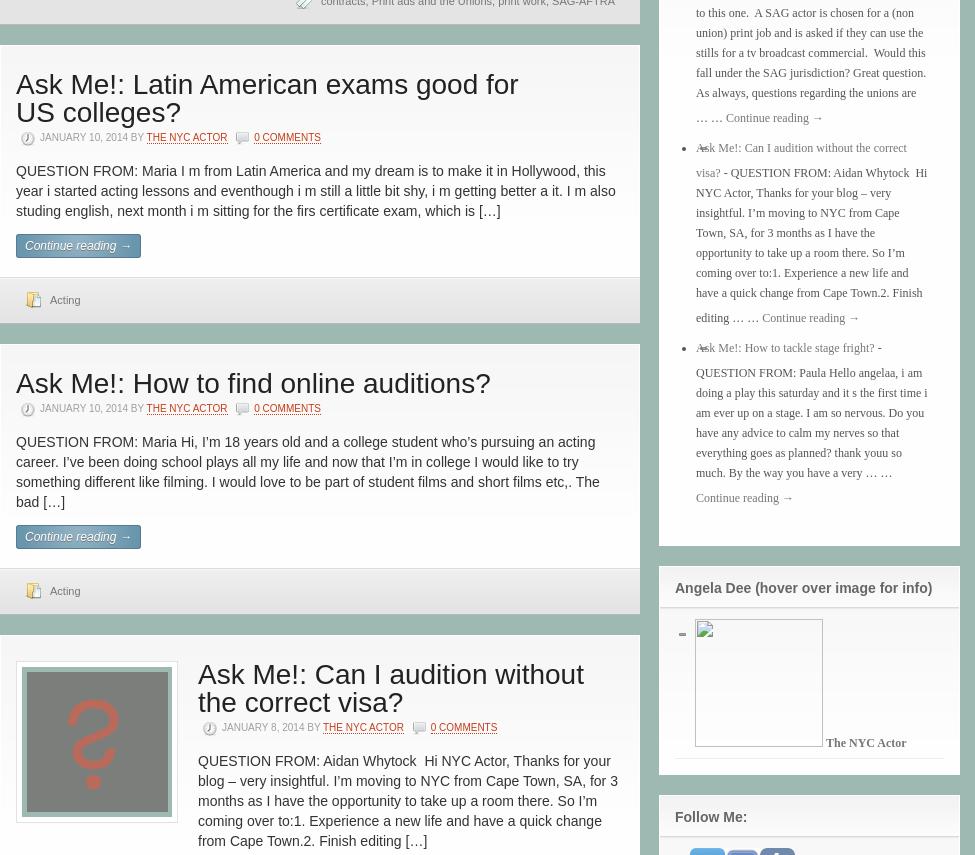 This screenshot has width=975, height=855. What do you see at coordinates (15, 190) in the screenshot?
I see `'QUESTION FROM: Maria I m from Latin America and my dream is to make it in Hollywood, this year i started acting lessons and eventhough i m still a little bit shy, i m getting better a it. I m also studing english, next month i m sitting for the firs certificate exam, which is […]'` at bounding box center [15, 190].